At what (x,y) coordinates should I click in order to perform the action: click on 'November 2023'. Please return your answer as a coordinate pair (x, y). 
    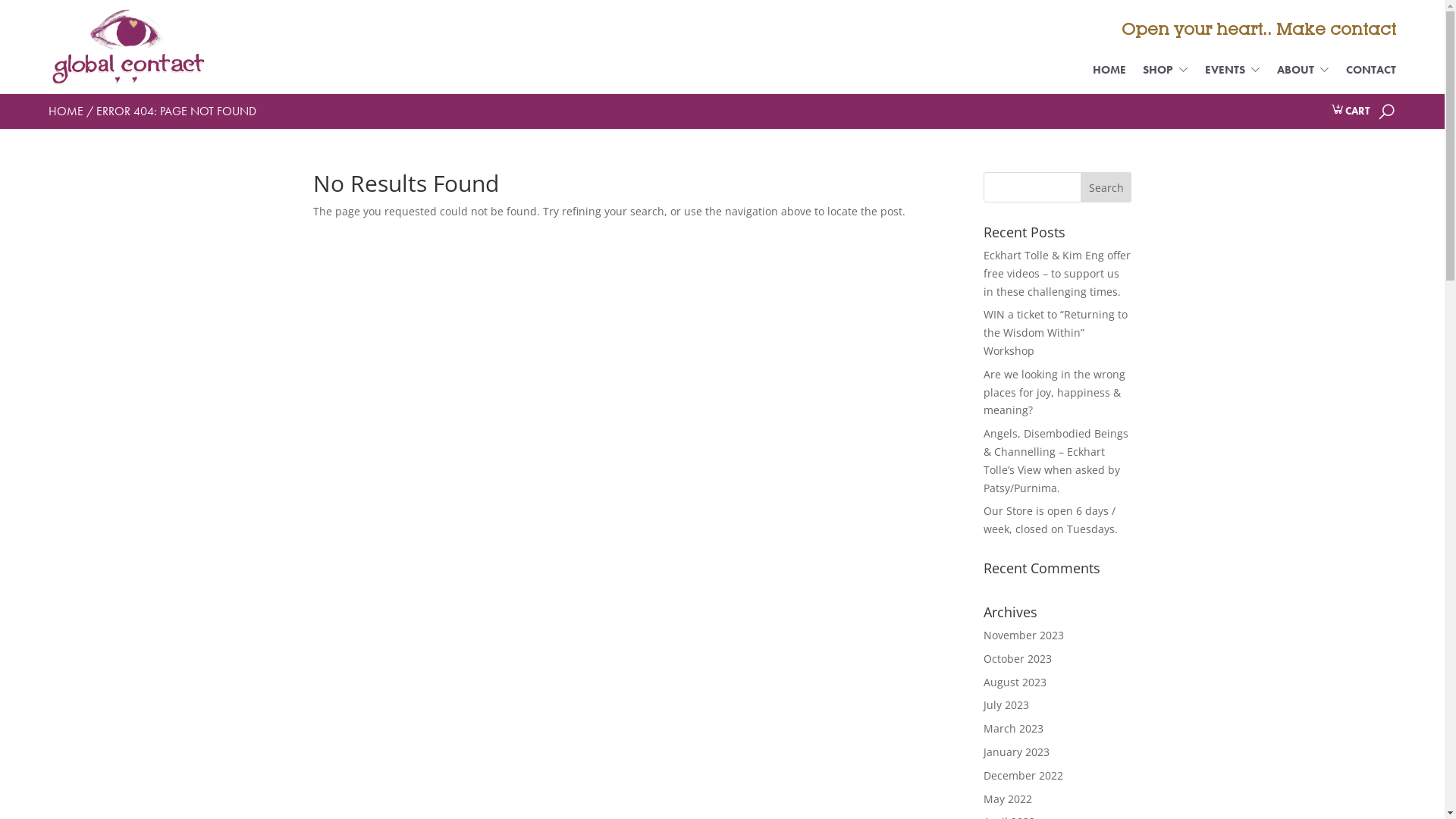
    Looking at the image, I should click on (1023, 635).